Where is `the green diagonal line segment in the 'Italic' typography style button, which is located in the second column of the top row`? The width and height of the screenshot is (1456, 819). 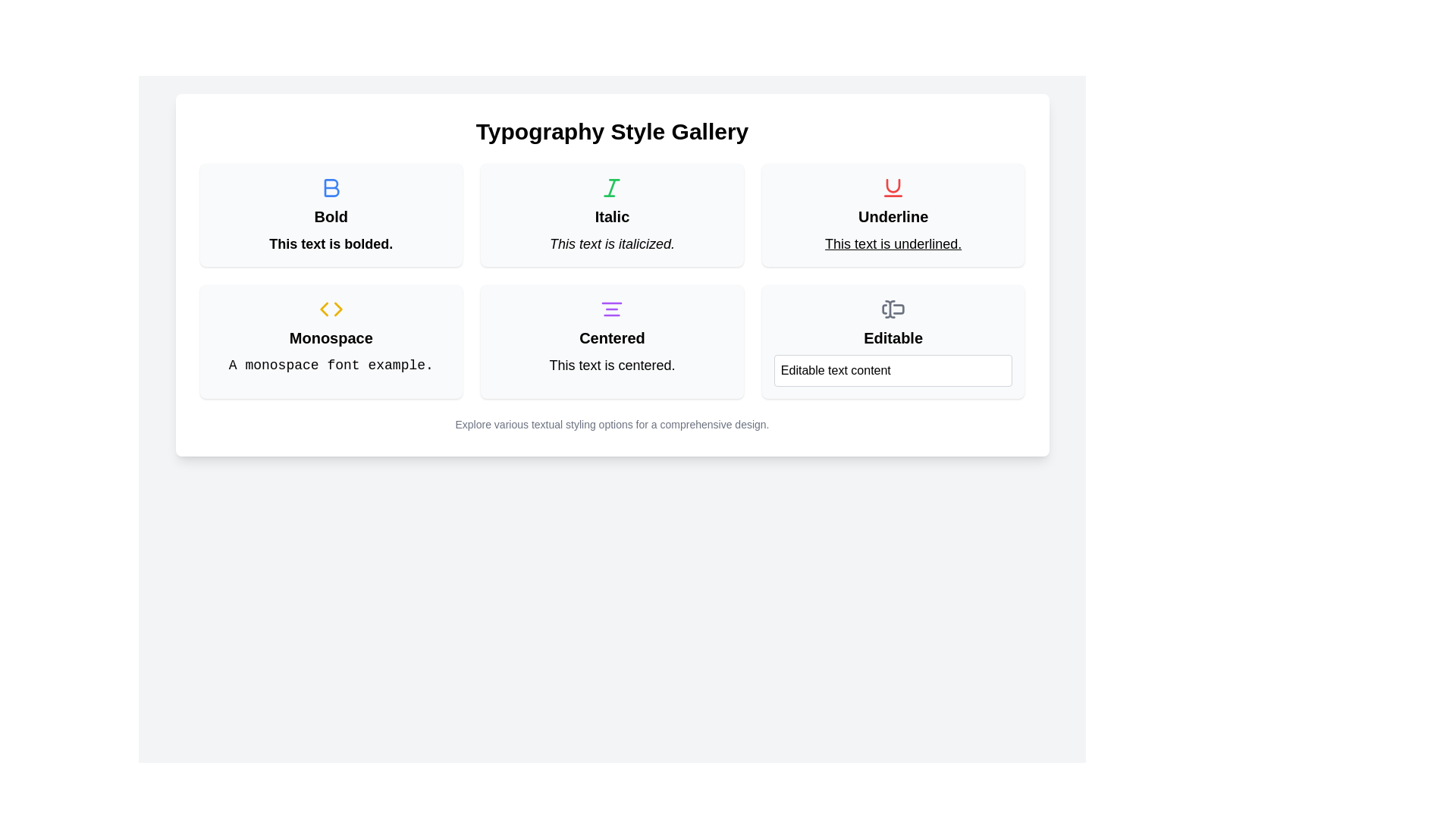 the green diagonal line segment in the 'Italic' typography style button, which is located in the second column of the top row is located at coordinates (612, 187).